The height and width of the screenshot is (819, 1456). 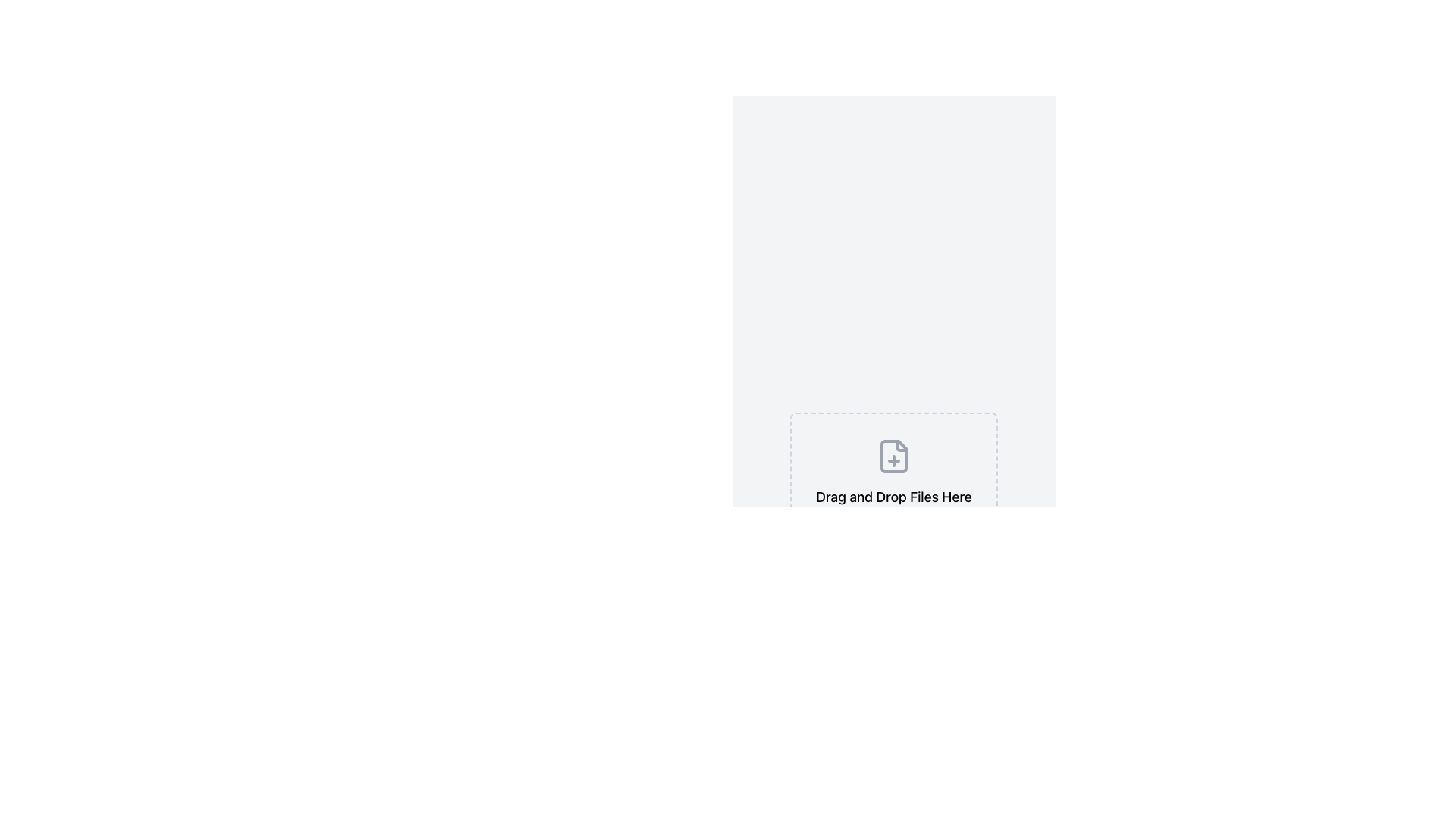 I want to click on the file upload icon, which is centrally located above the text 'Drag and Drop Files Here', so click(x=894, y=455).